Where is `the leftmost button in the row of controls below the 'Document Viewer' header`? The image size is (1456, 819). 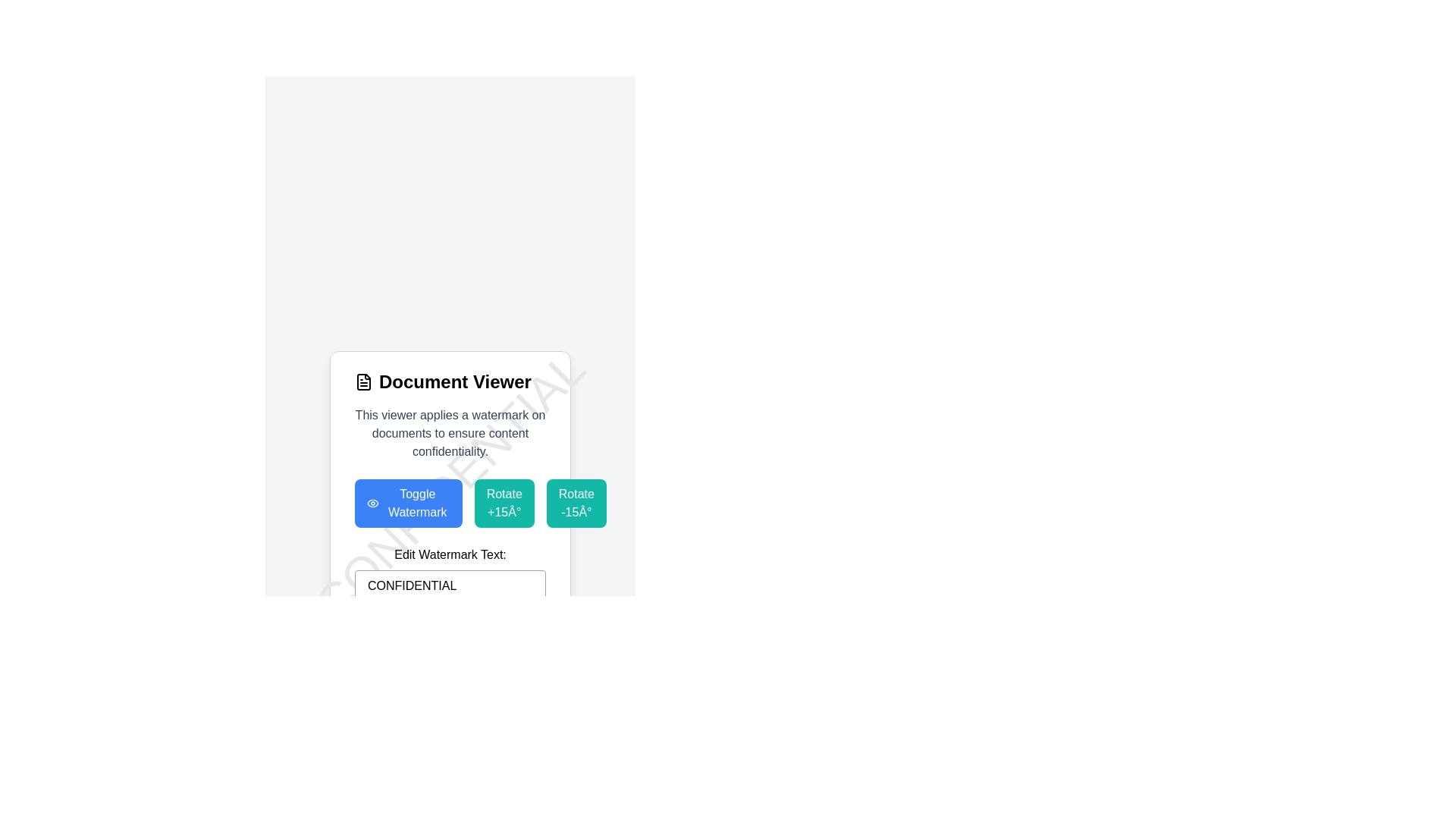 the leftmost button in the row of controls below the 'Document Viewer' header is located at coordinates (450, 485).